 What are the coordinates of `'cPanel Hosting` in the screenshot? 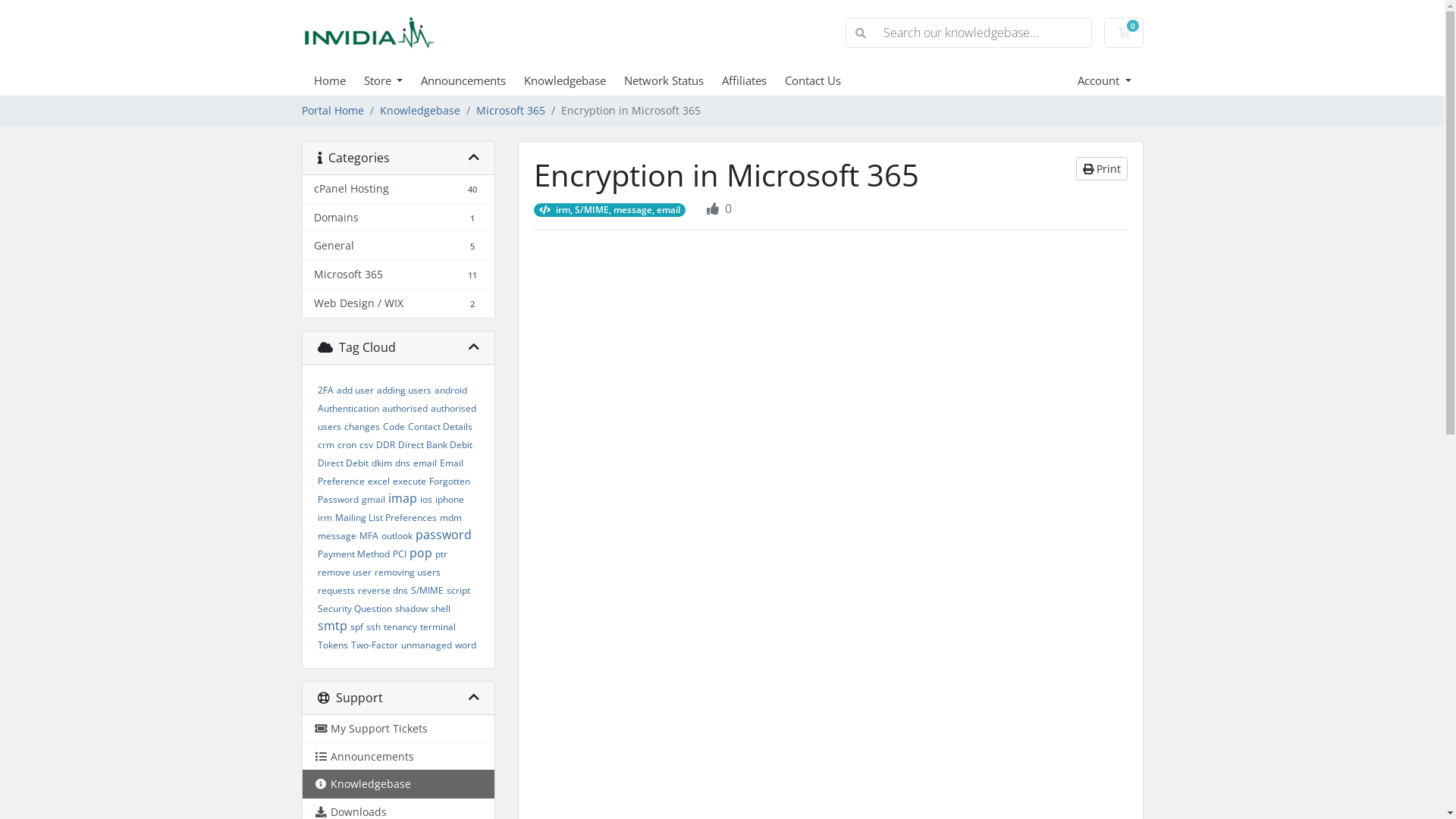 It's located at (397, 189).